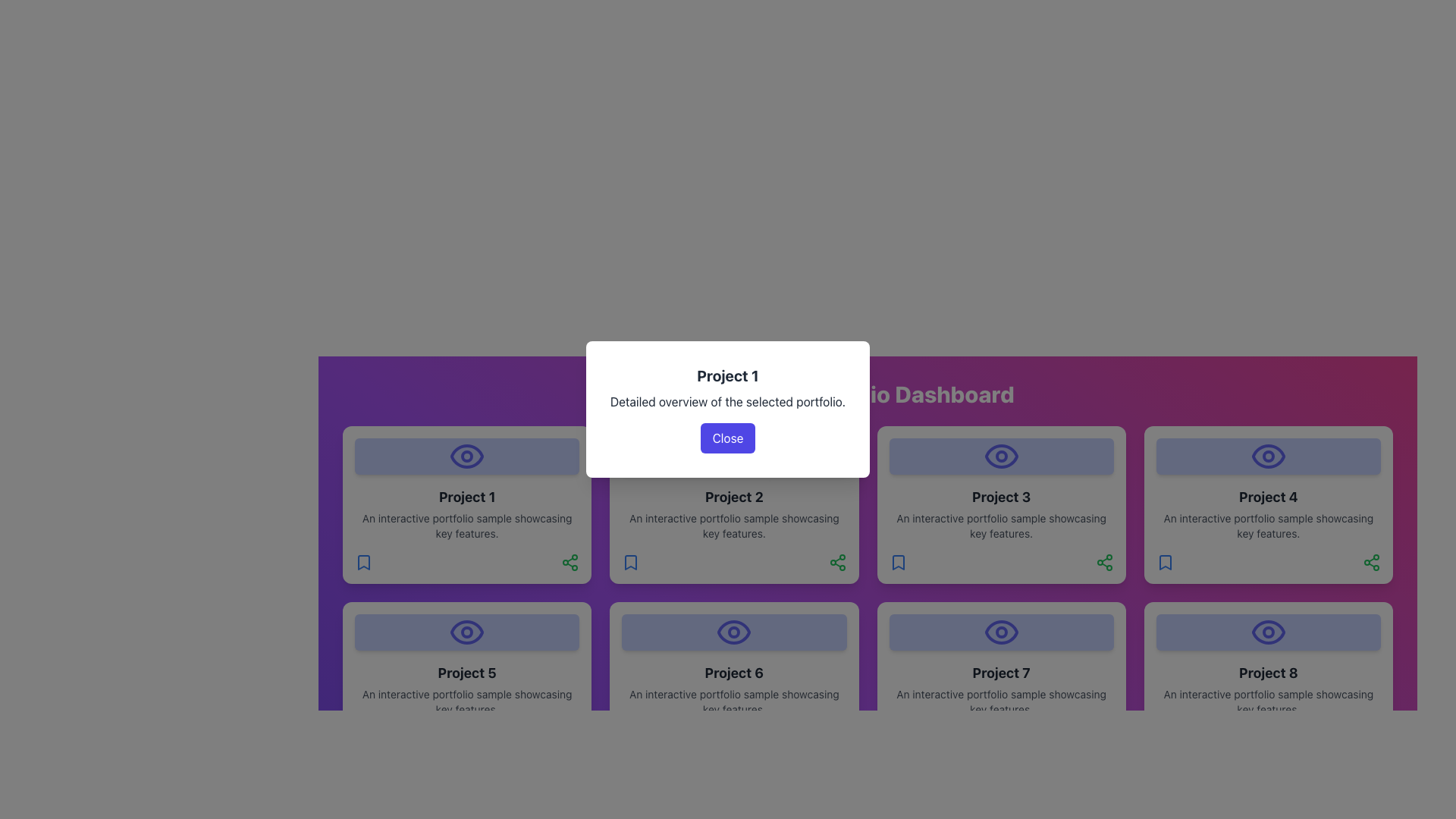 The image size is (1456, 819). I want to click on the icon button located at the bottom-right corner of the 'Project 1' card, so click(570, 562).